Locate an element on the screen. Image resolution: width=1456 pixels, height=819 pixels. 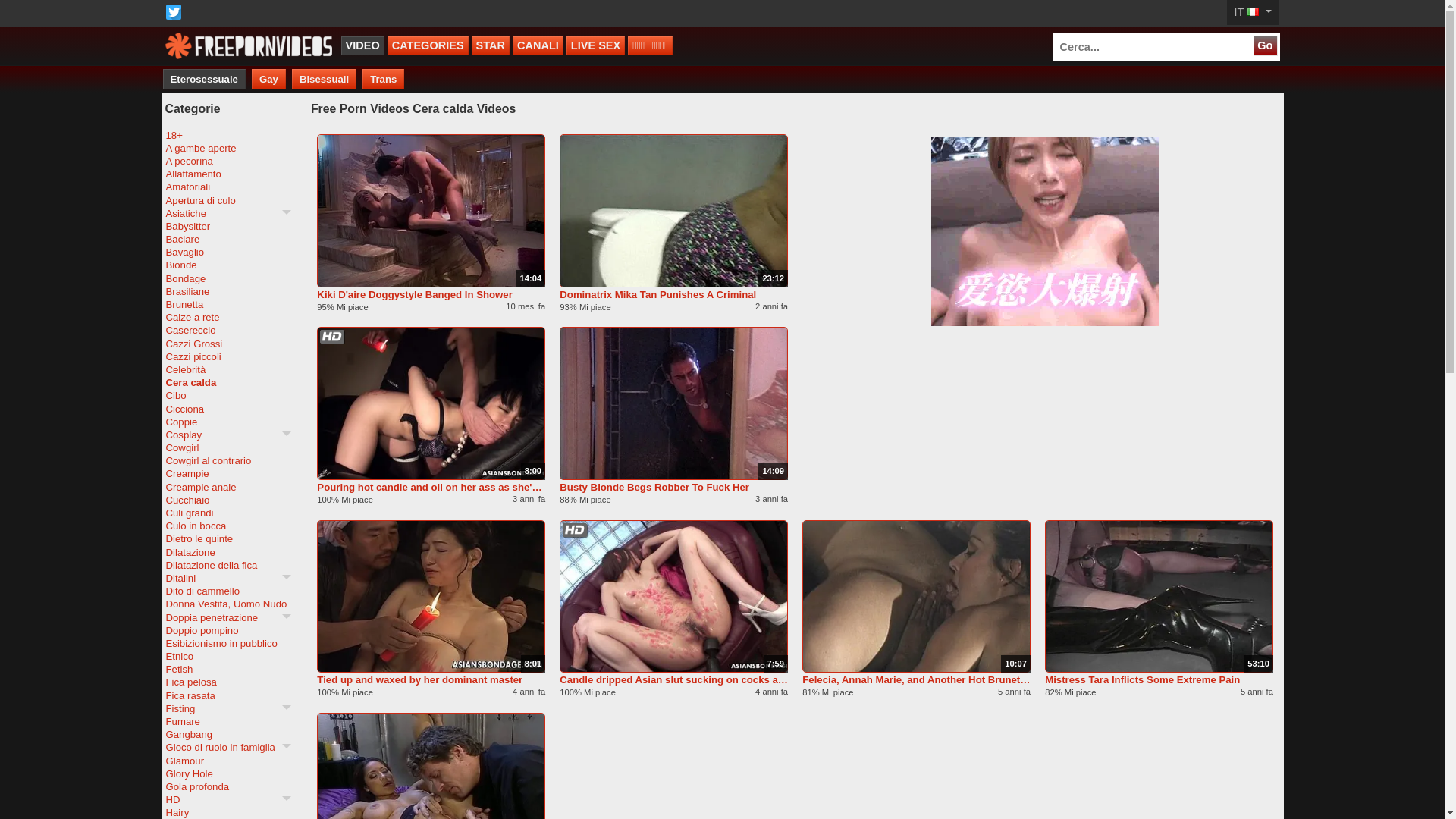
'Gangbang' is located at coordinates (165, 733).